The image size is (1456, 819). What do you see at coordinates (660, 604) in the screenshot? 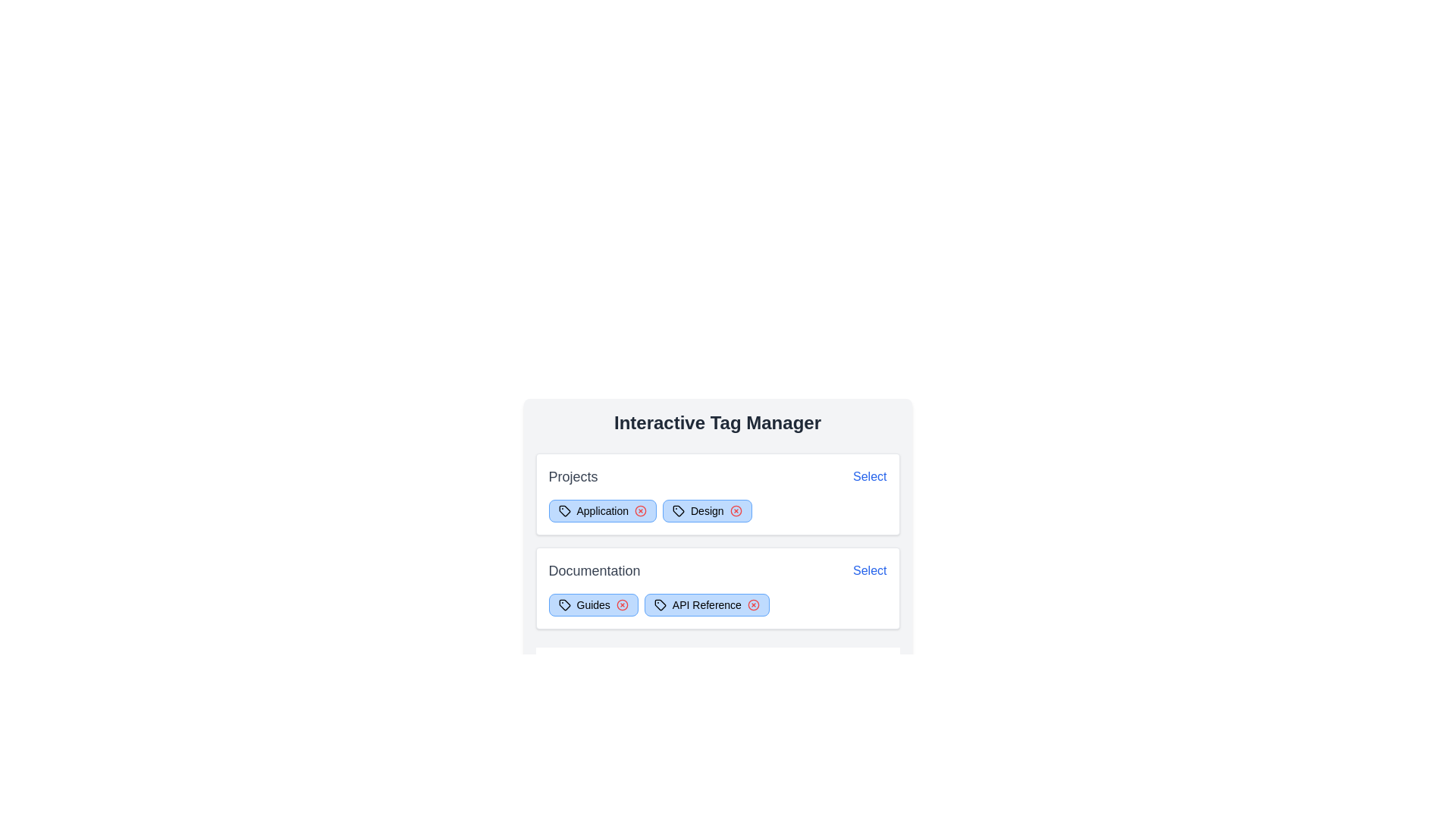
I see `the icon that visually identifies the 'API Reference' button in the 'Documentation' section, positioned on the left side of the text` at bounding box center [660, 604].